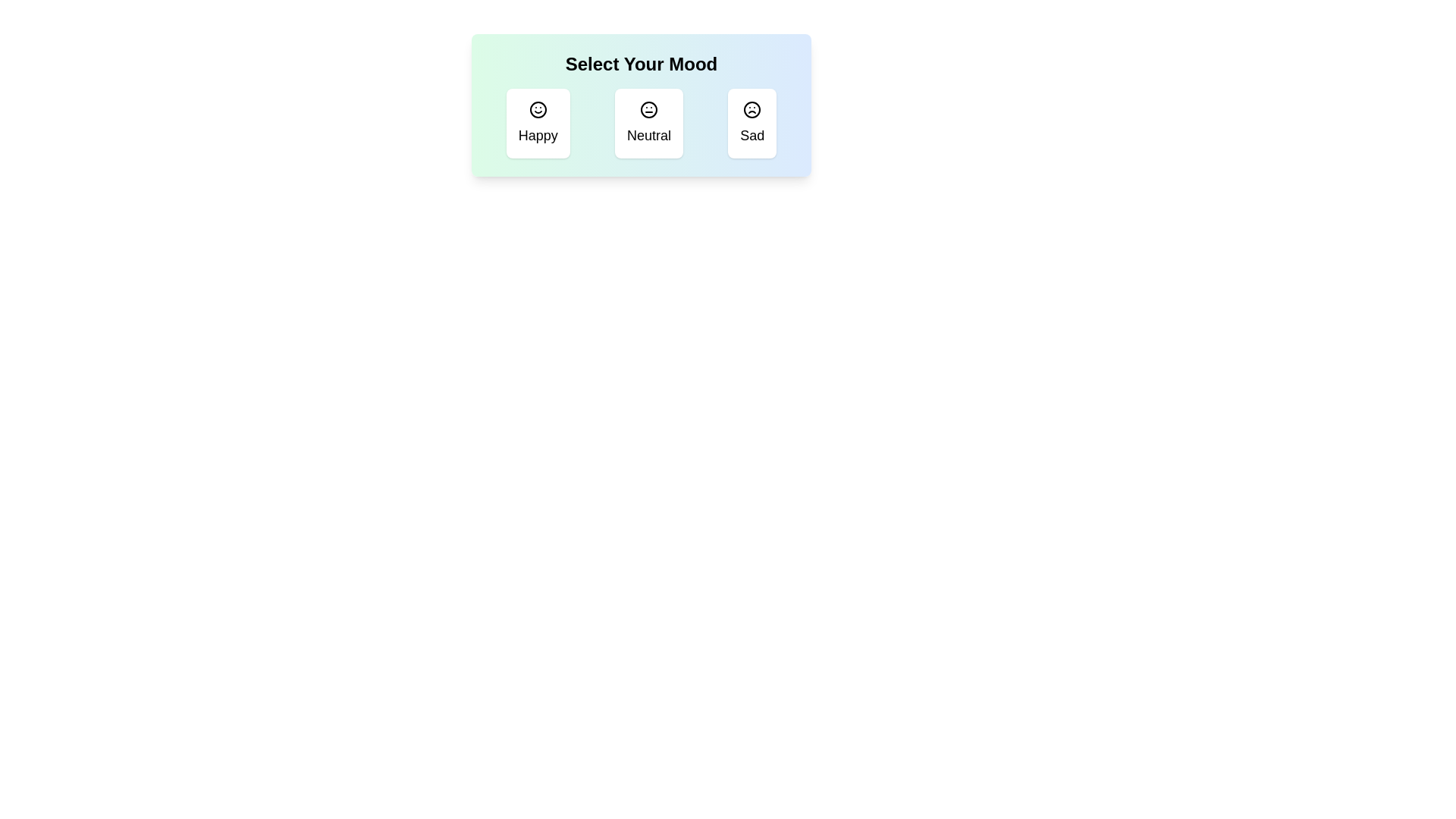 Image resolution: width=1456 pixels, height=819 pixels. Describe the element at coordinates (648, 122) in the screenshot. I see `the mood Neutral` at that location.